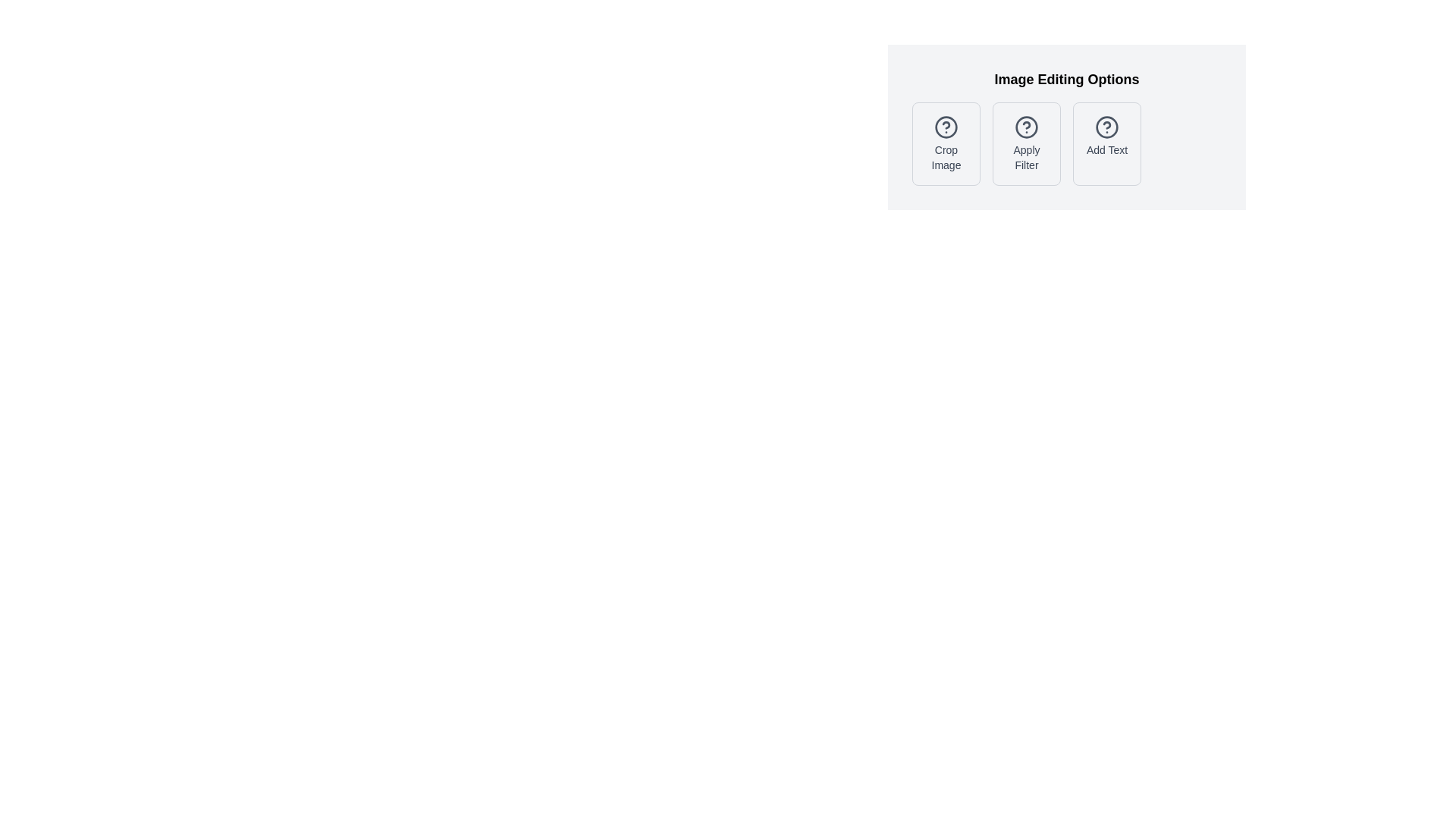 Image resolution: width=1456 pixels, height=819 pixels. What do you see at coordinates (946, 158) in the screenshot?
I see `text content of the 'Crop Image' label, which is displayed in gray beneath a help circle icon in the leftmost option of the menu` at bounding box center [946, 158].